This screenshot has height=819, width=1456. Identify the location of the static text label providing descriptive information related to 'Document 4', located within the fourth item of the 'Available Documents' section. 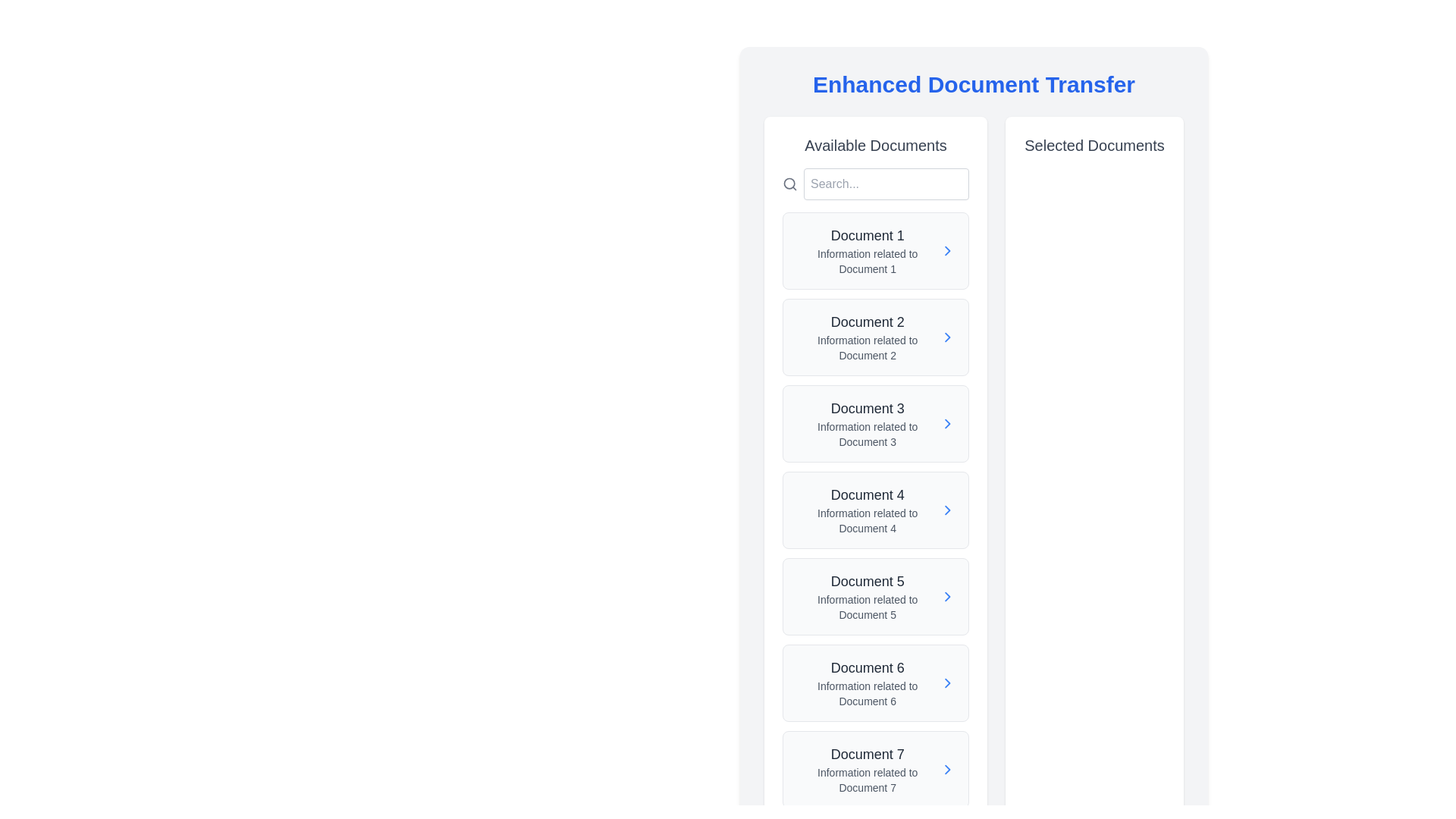
(868, 519).